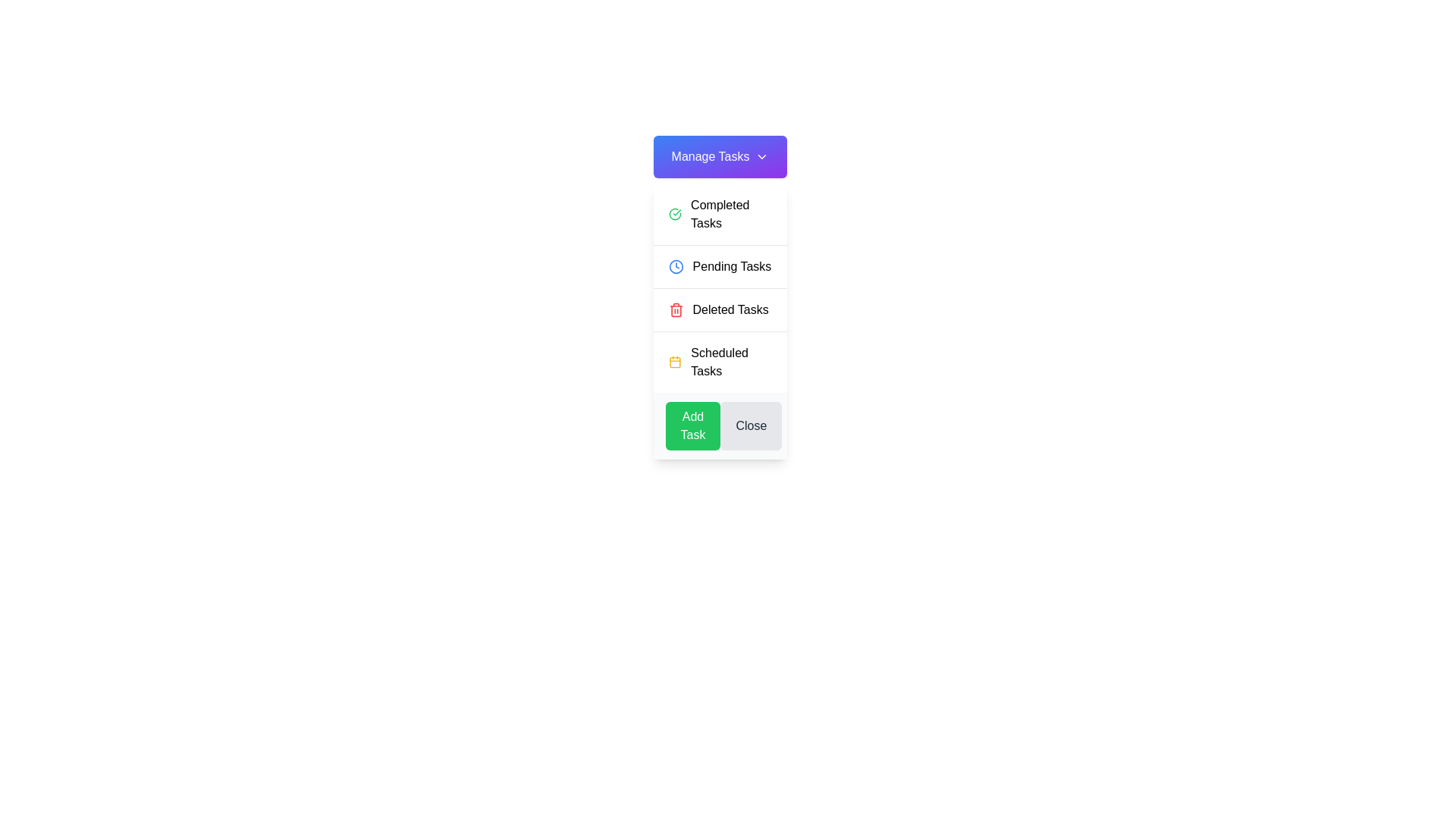  What do you see at coordinates (720, 309) in the screenshot?
I see `the third item in the 'Manage Tasks' dropdown menu` at bounding box center [720, 309].